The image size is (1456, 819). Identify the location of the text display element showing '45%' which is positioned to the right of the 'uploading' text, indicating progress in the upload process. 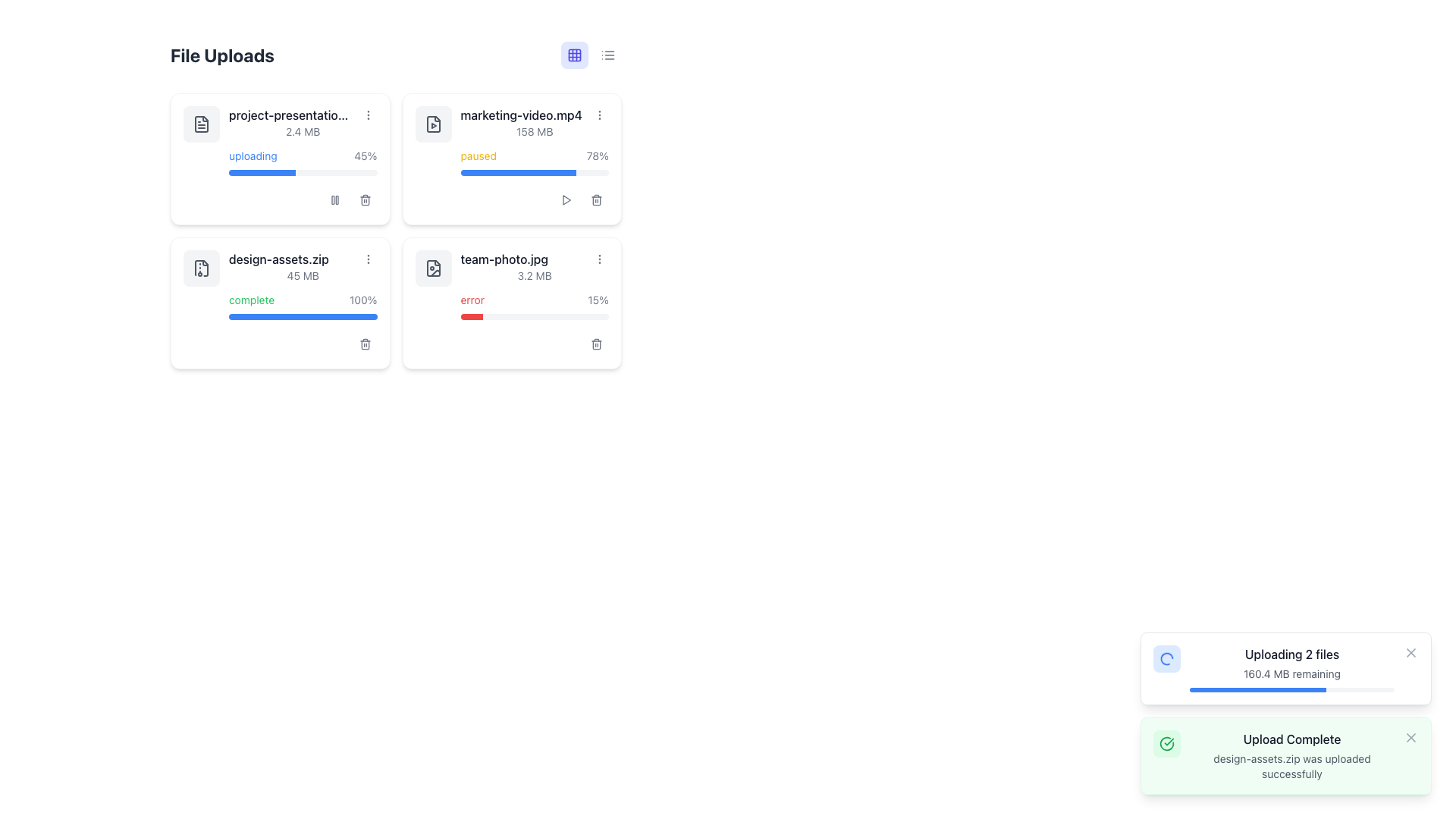
(366, 155).